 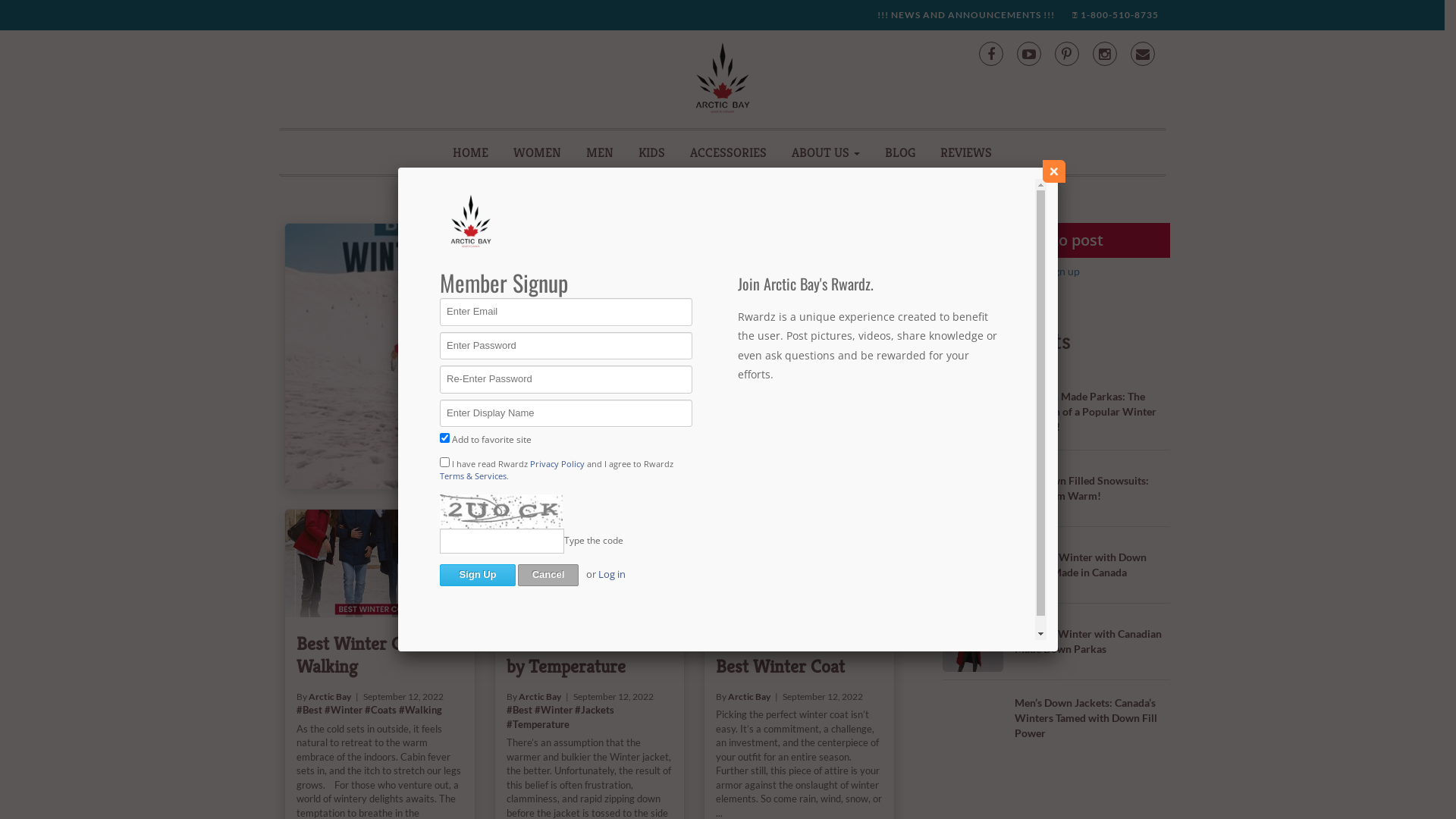 What do you see at coordinates (964, 14) in the screenshot?
I see `'!!! NEWS AND ANNOUNCEMENTS !!!'` at bounding box center [964, 14].